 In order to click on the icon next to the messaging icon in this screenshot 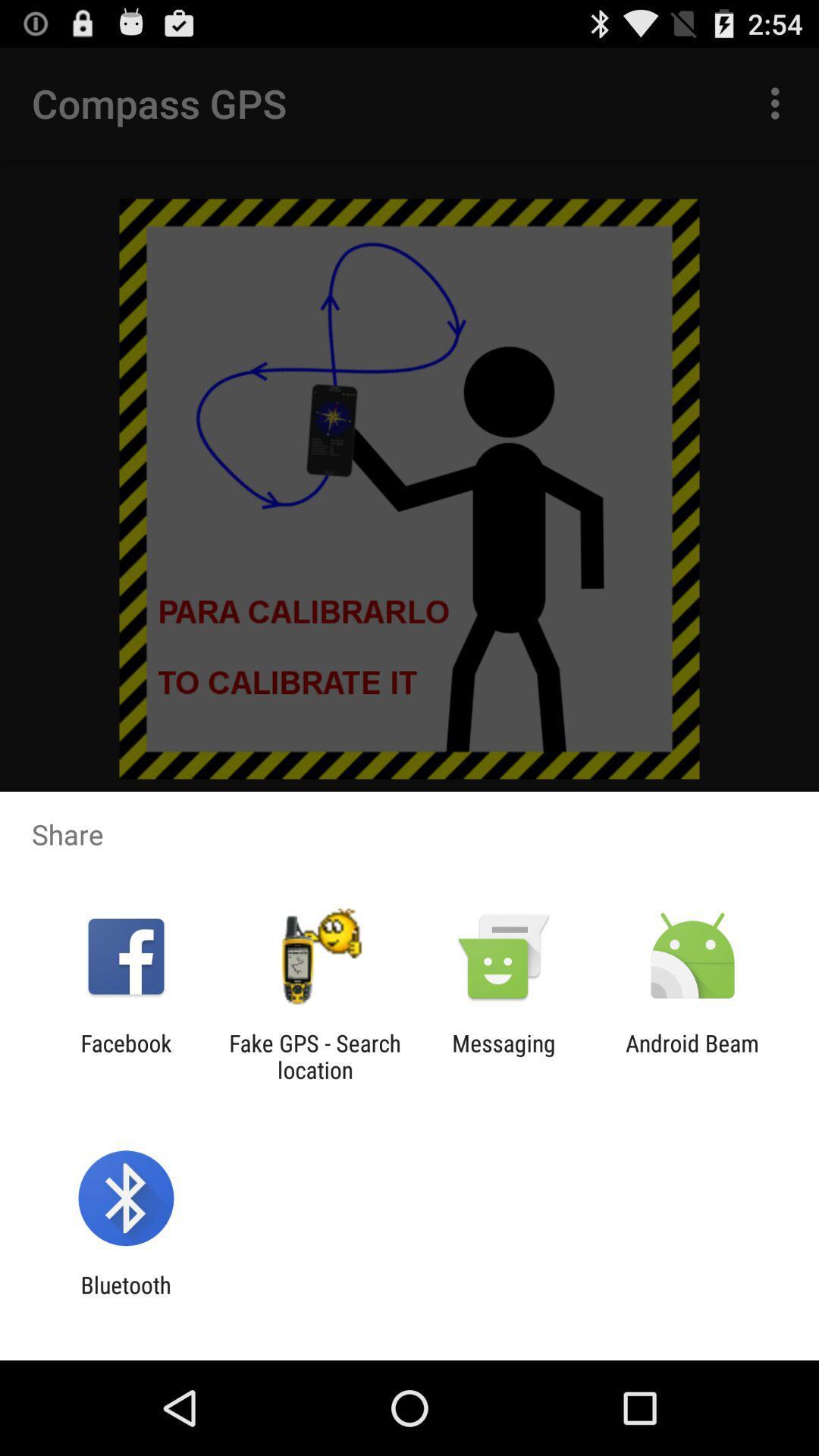, I will do `click(692, 1056)`.